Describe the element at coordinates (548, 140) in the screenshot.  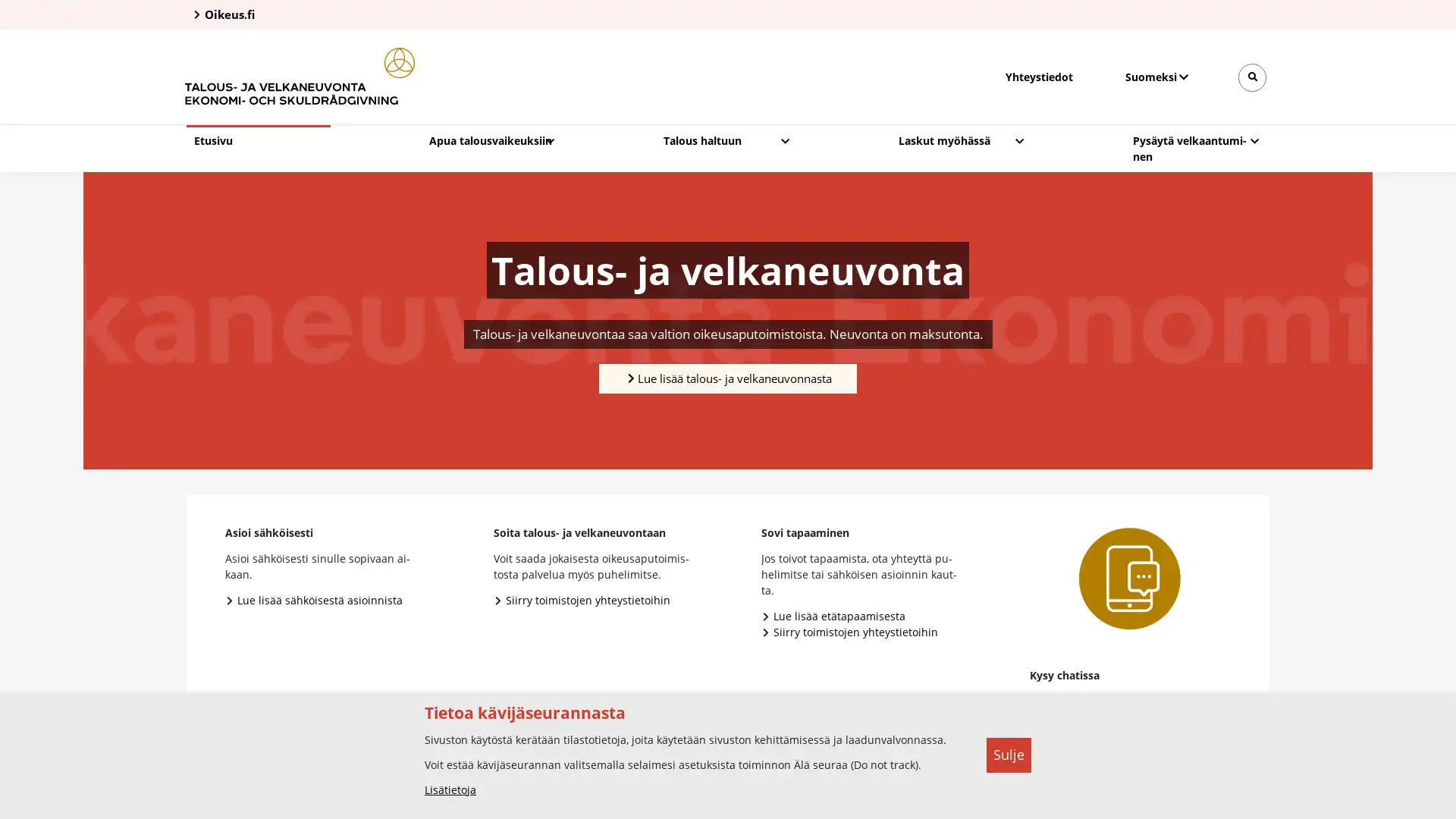
I see `Avaa pudotusvalikko` at that location.